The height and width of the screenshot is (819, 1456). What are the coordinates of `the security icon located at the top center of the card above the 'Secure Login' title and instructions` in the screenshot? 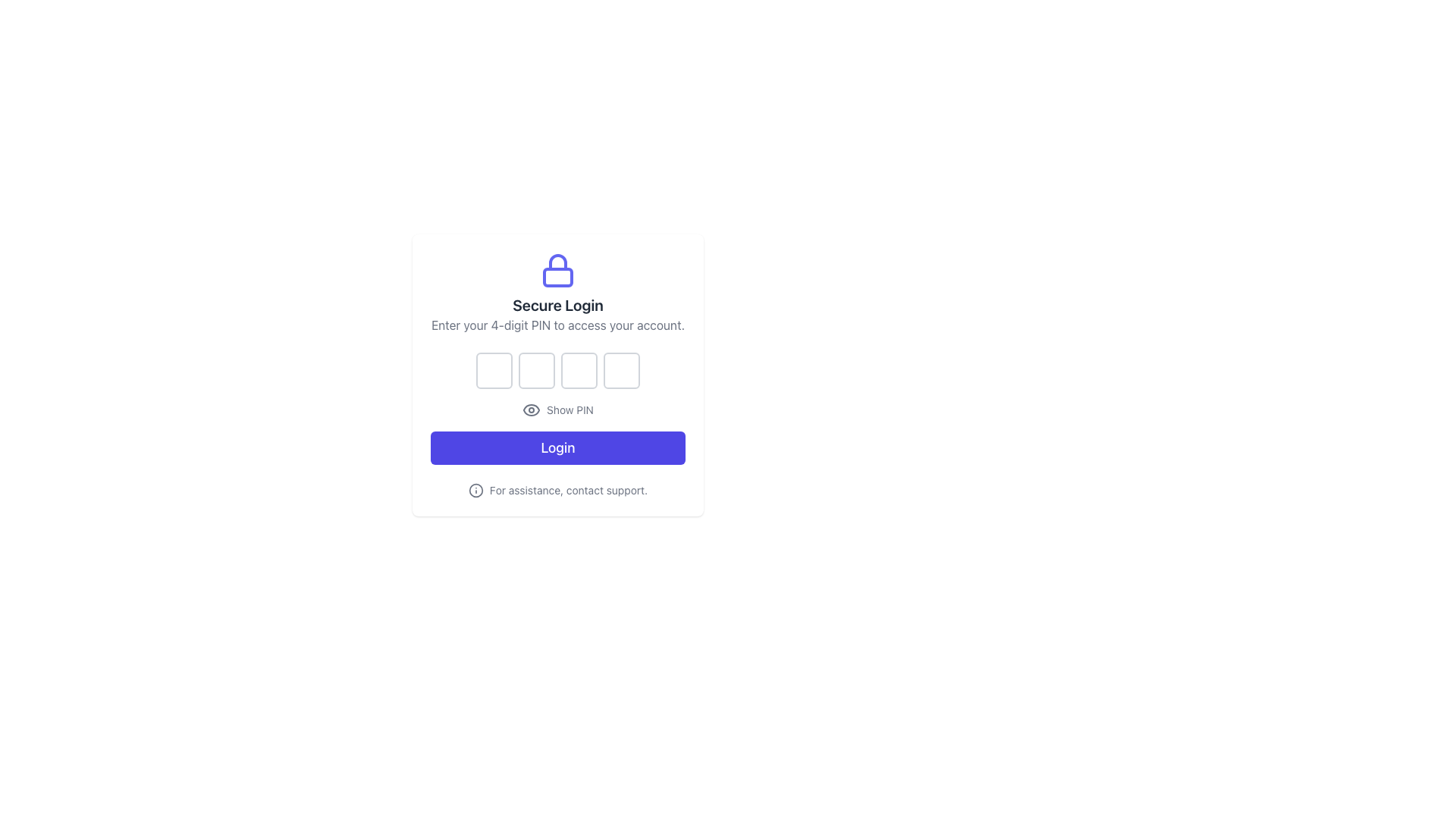 It's located at (557, 270).